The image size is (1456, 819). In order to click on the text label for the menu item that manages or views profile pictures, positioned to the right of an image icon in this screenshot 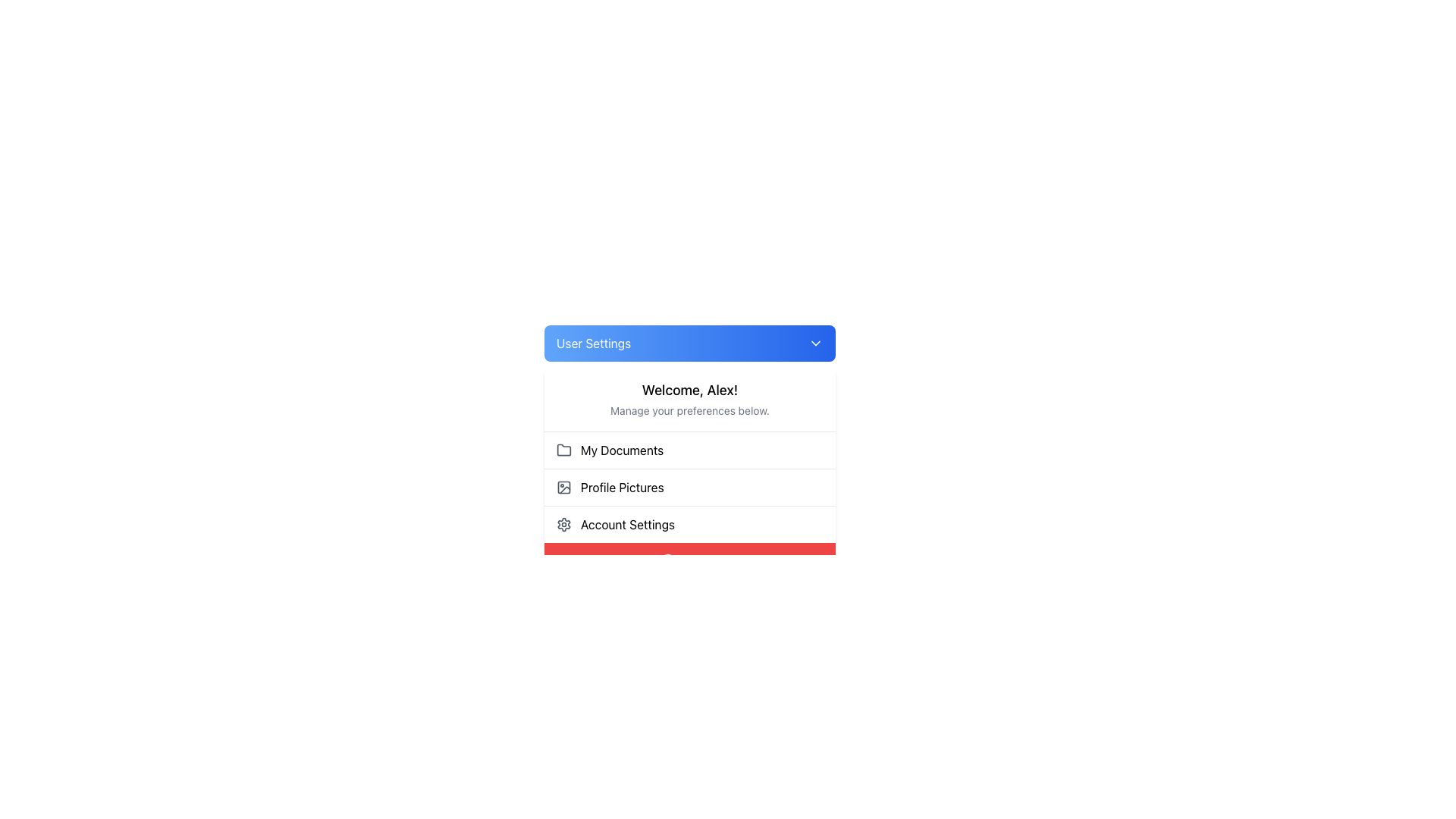, I will do `click(622, 488)`.